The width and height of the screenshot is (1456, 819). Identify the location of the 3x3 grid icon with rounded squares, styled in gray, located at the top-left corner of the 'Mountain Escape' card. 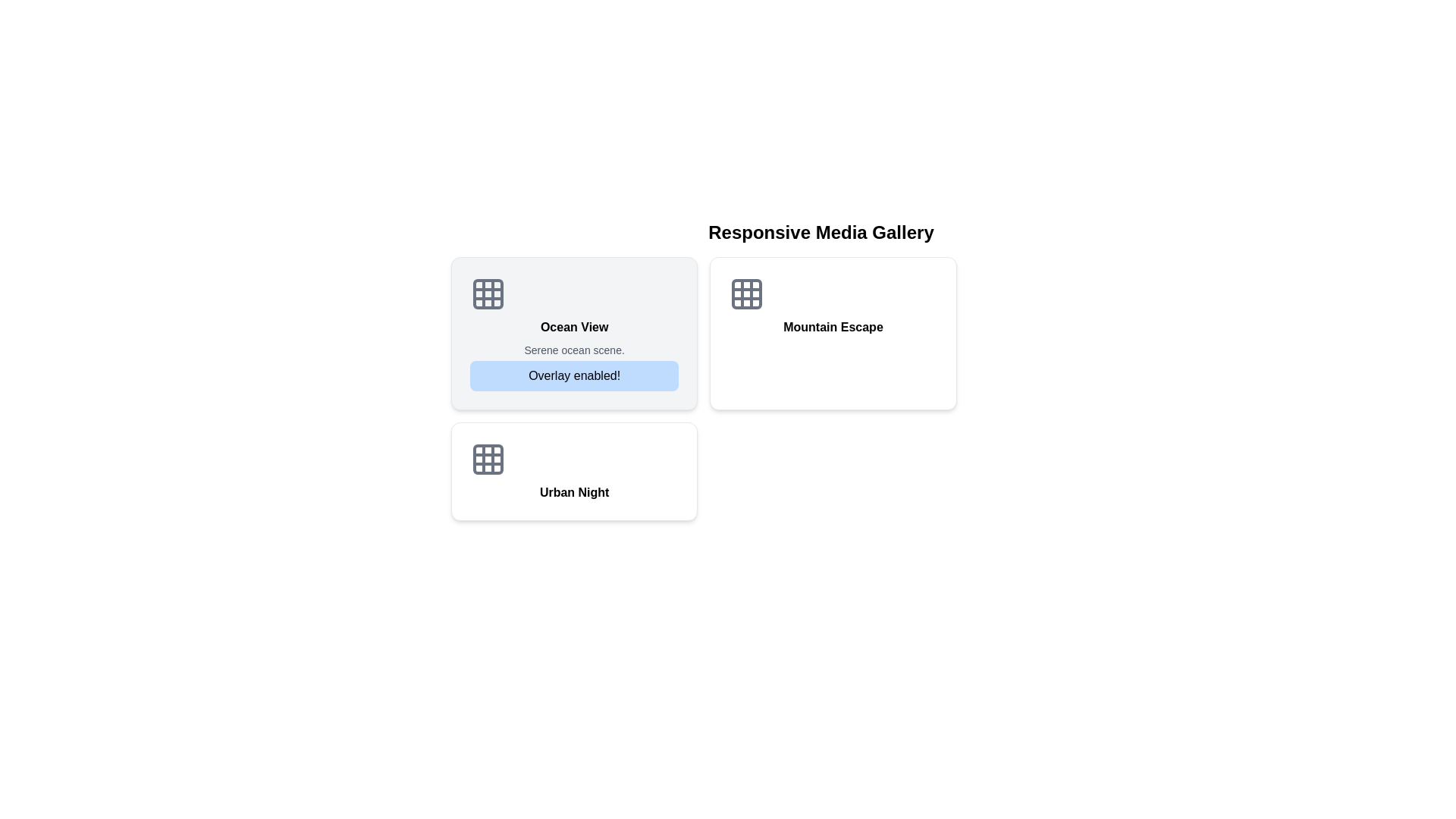
(747, 294).